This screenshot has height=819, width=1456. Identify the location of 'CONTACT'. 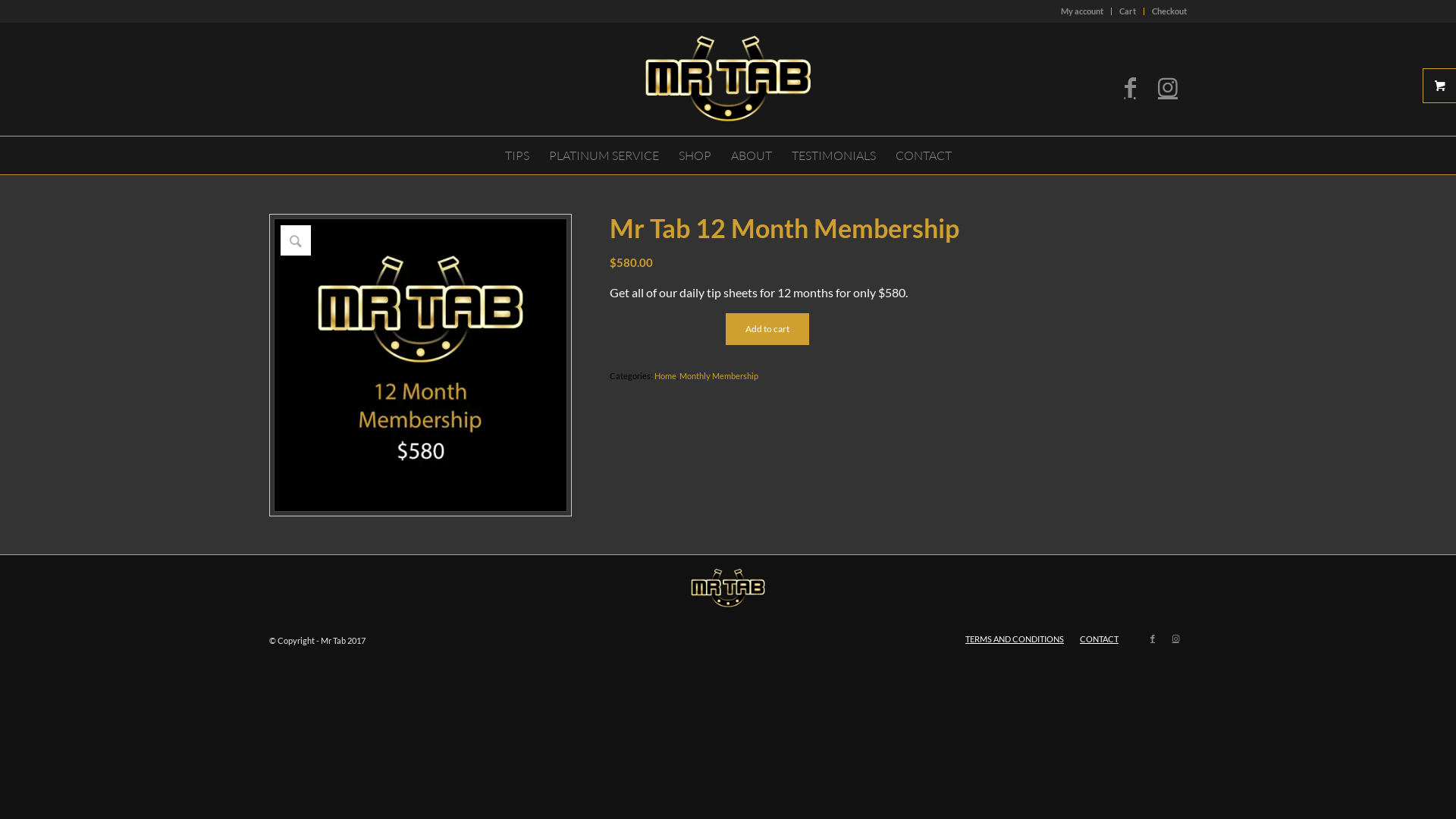
(1099, 639).